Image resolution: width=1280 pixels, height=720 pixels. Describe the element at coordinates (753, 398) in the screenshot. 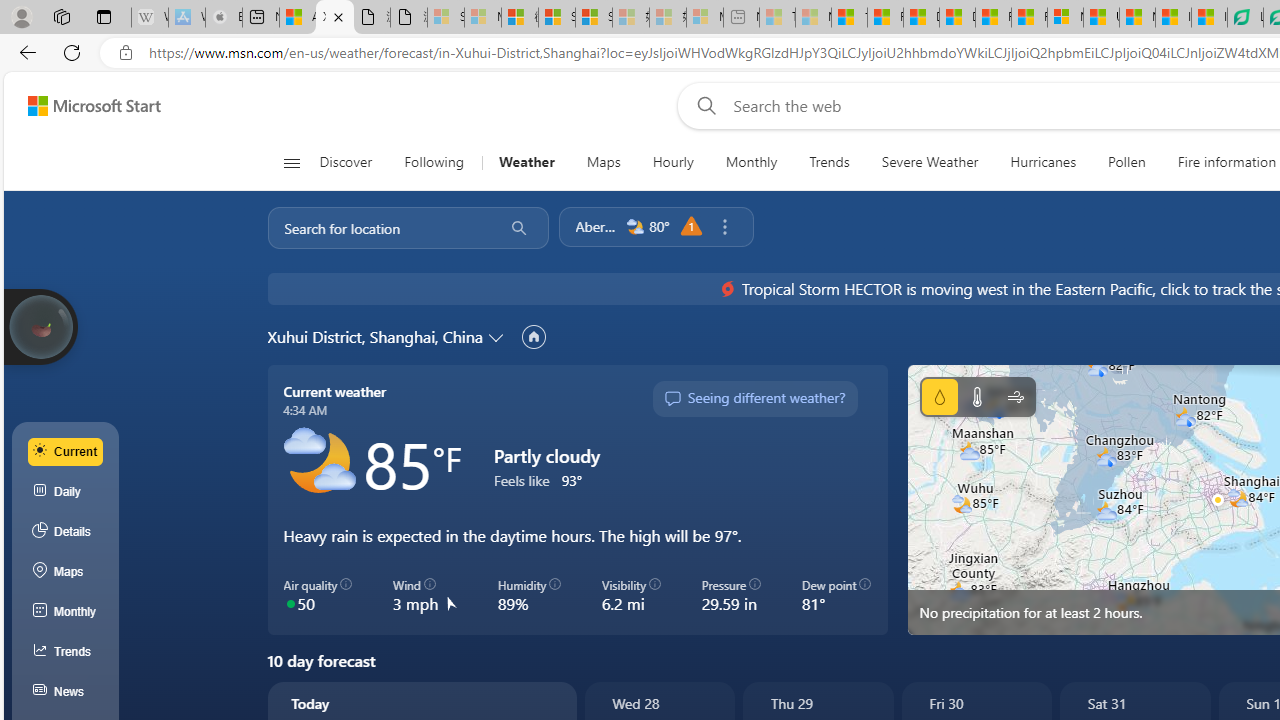

I see `'Seeing different weather?'` at that location.